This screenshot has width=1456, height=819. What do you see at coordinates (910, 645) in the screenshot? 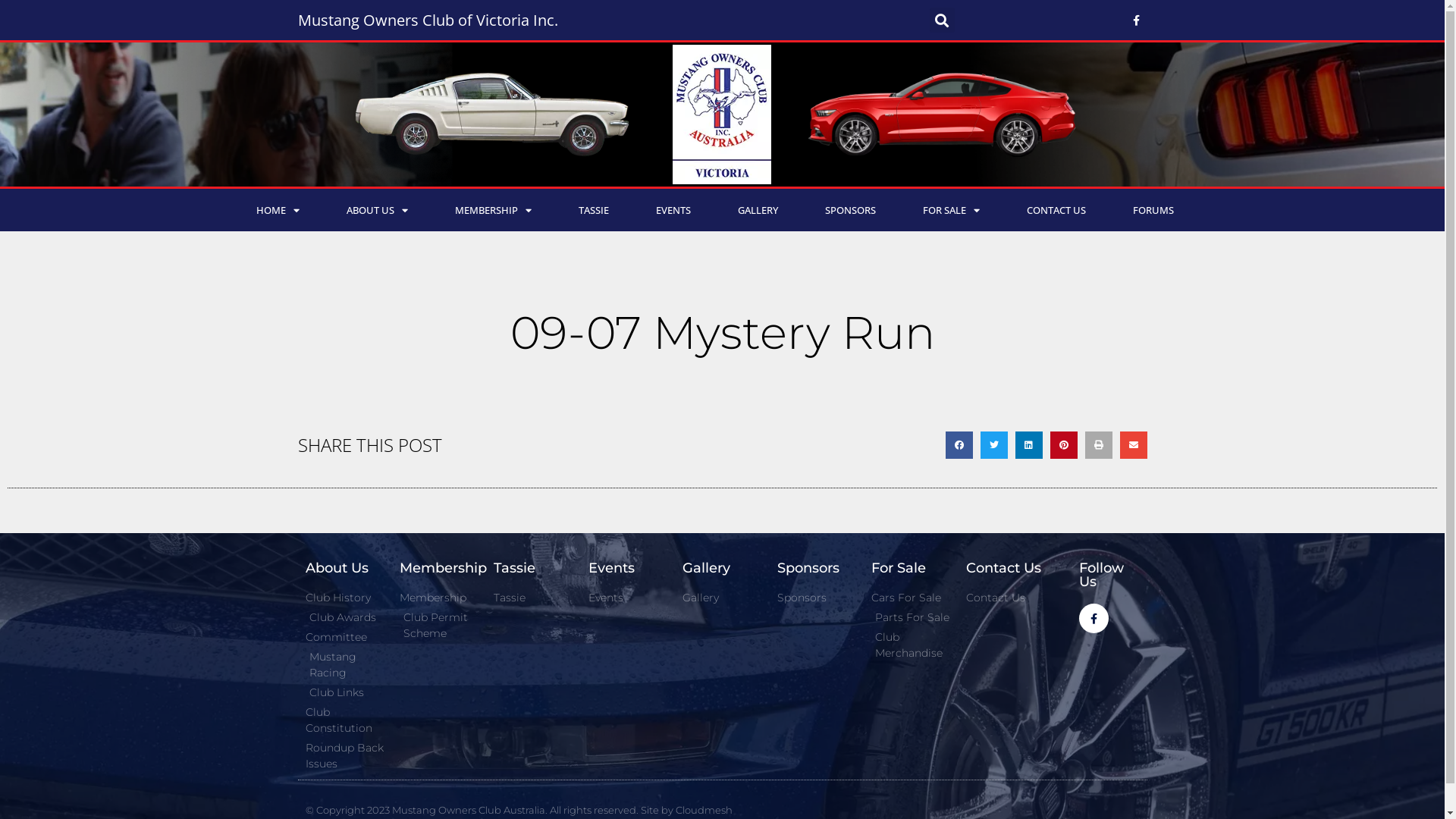
I see `'Club Merchandise'` at bounding box center [910, 645].